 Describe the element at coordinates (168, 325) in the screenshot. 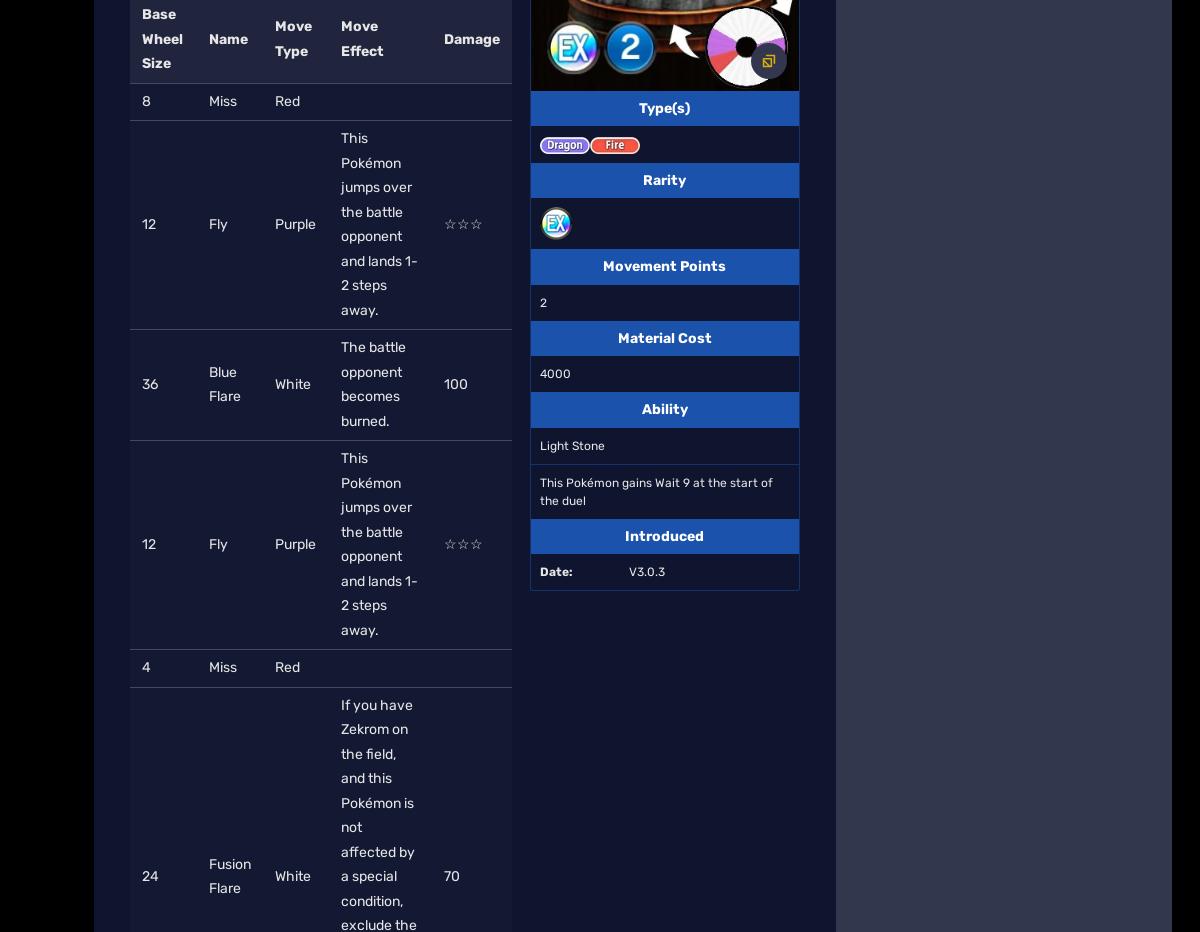

I see `'Muthead'` at that location.